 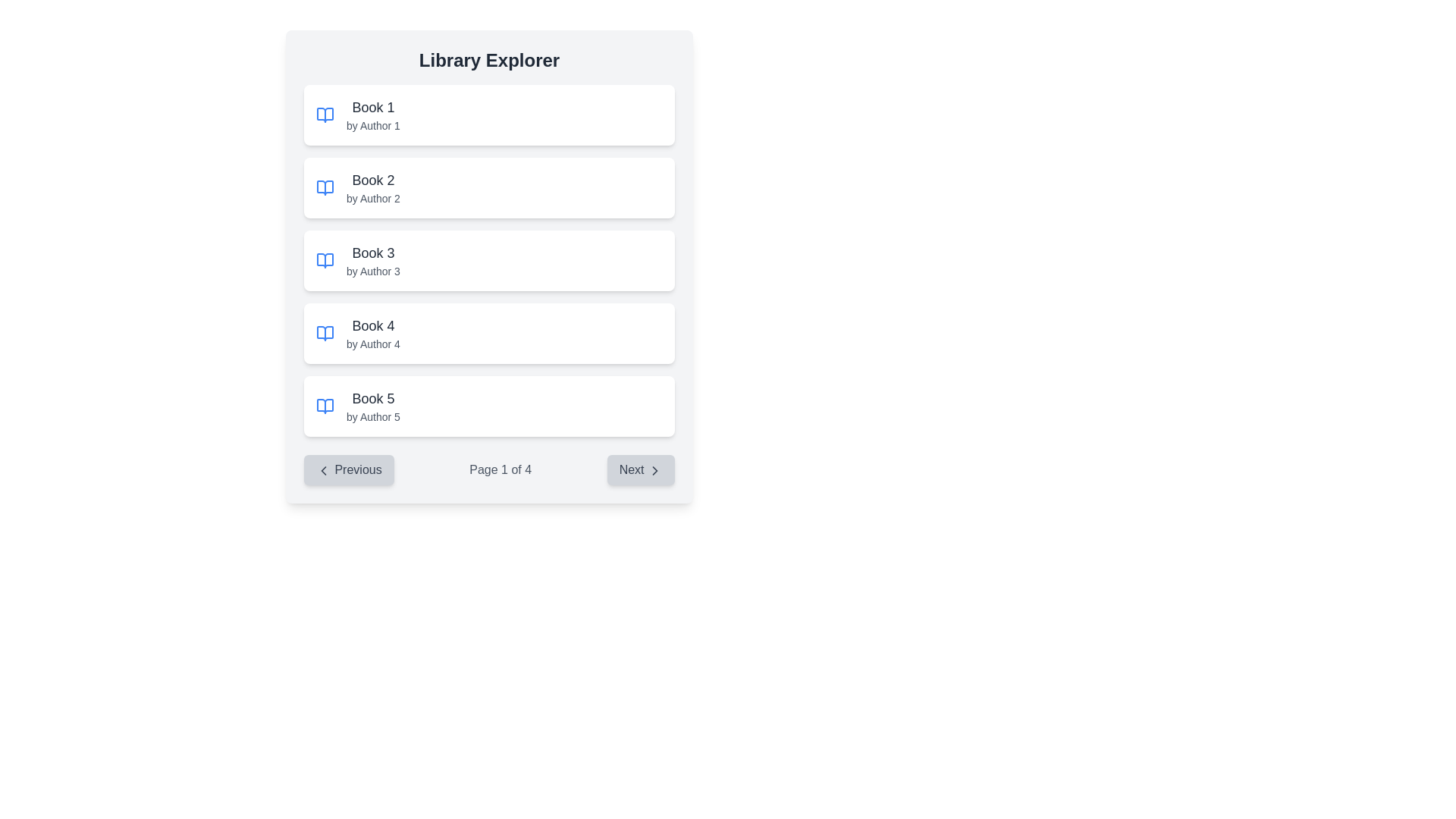 What do you see at coordinates (348, 469) in the screenshot?
I see `the 'Previous' button located in the pagination control area at the bottom-left section of the interface` at bounding box center [348, 469].